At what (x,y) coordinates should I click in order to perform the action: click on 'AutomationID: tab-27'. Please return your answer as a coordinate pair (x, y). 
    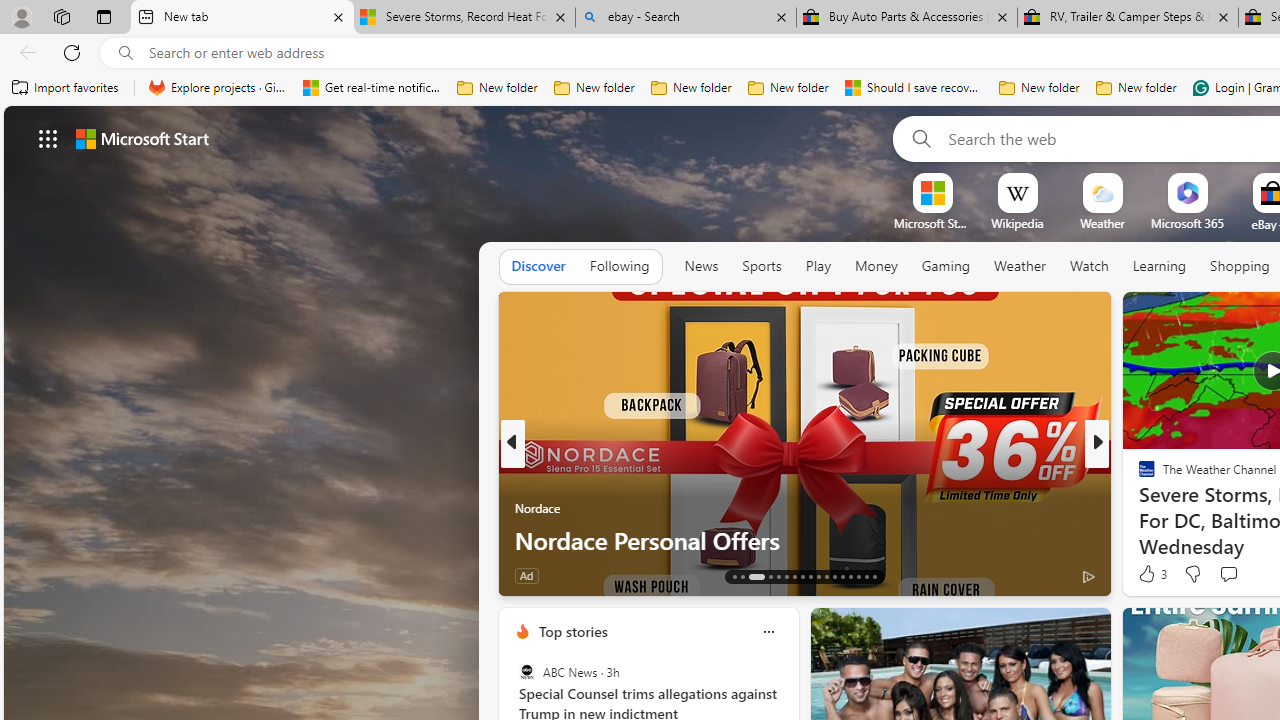
    Looking at the image, I should click on (858, 577).